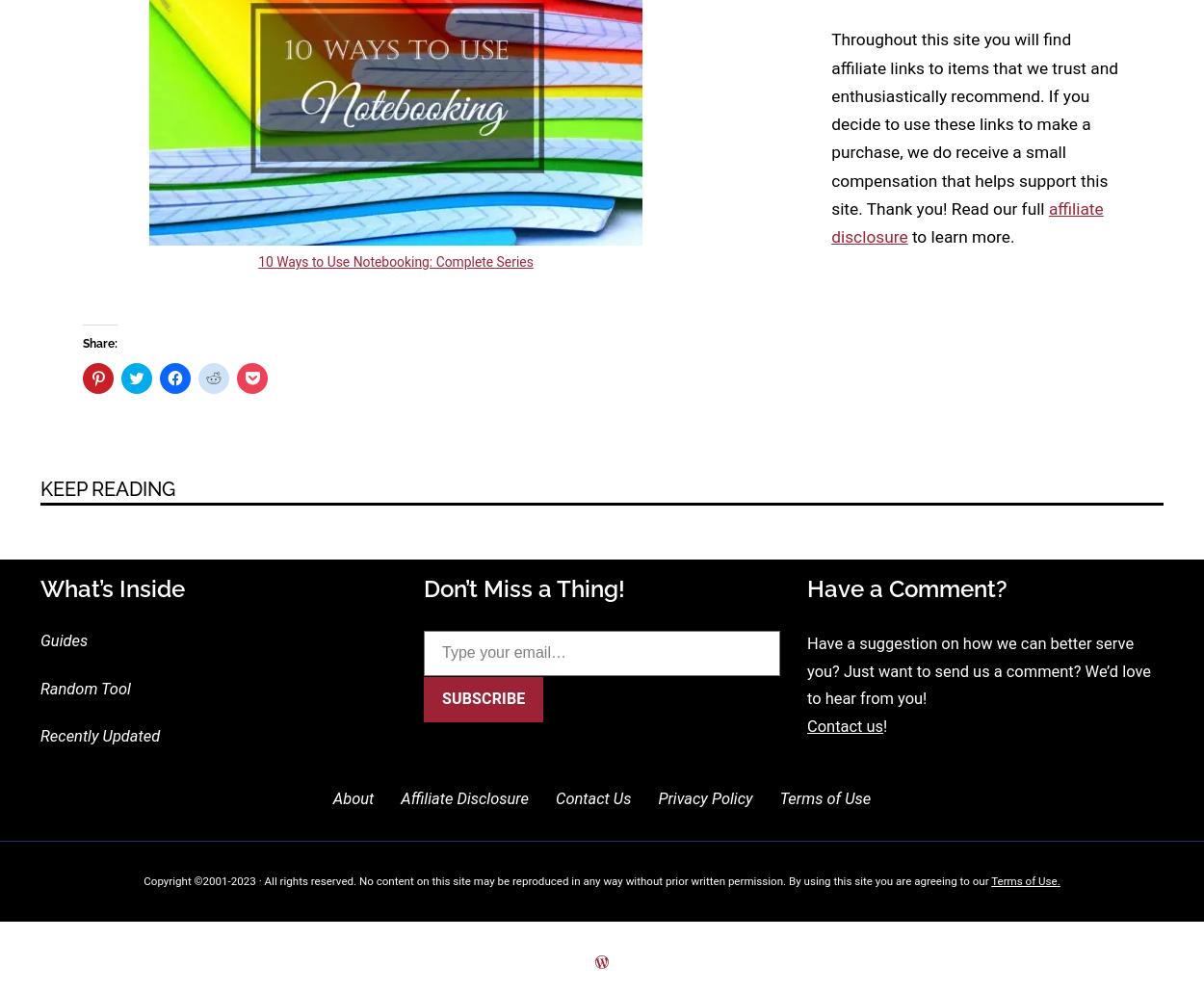 Image resolution: width=1204 pixels, height=991 pixels. What do you see at coordinates (885, 725) in the screenshot?
I see `'!'` at bounding box center [885, 725].